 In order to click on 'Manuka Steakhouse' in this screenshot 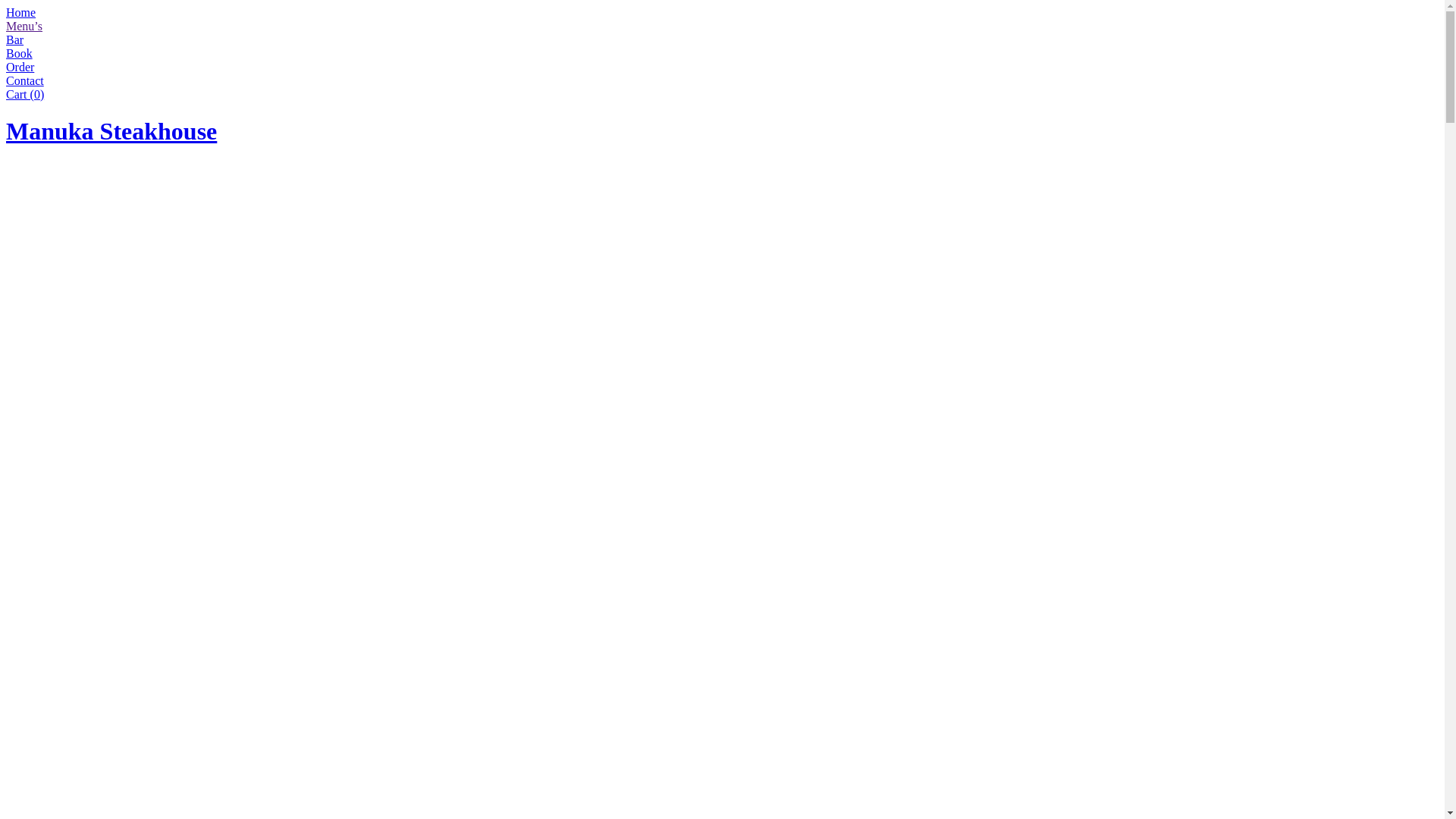, I will do `click(6, 130)`.